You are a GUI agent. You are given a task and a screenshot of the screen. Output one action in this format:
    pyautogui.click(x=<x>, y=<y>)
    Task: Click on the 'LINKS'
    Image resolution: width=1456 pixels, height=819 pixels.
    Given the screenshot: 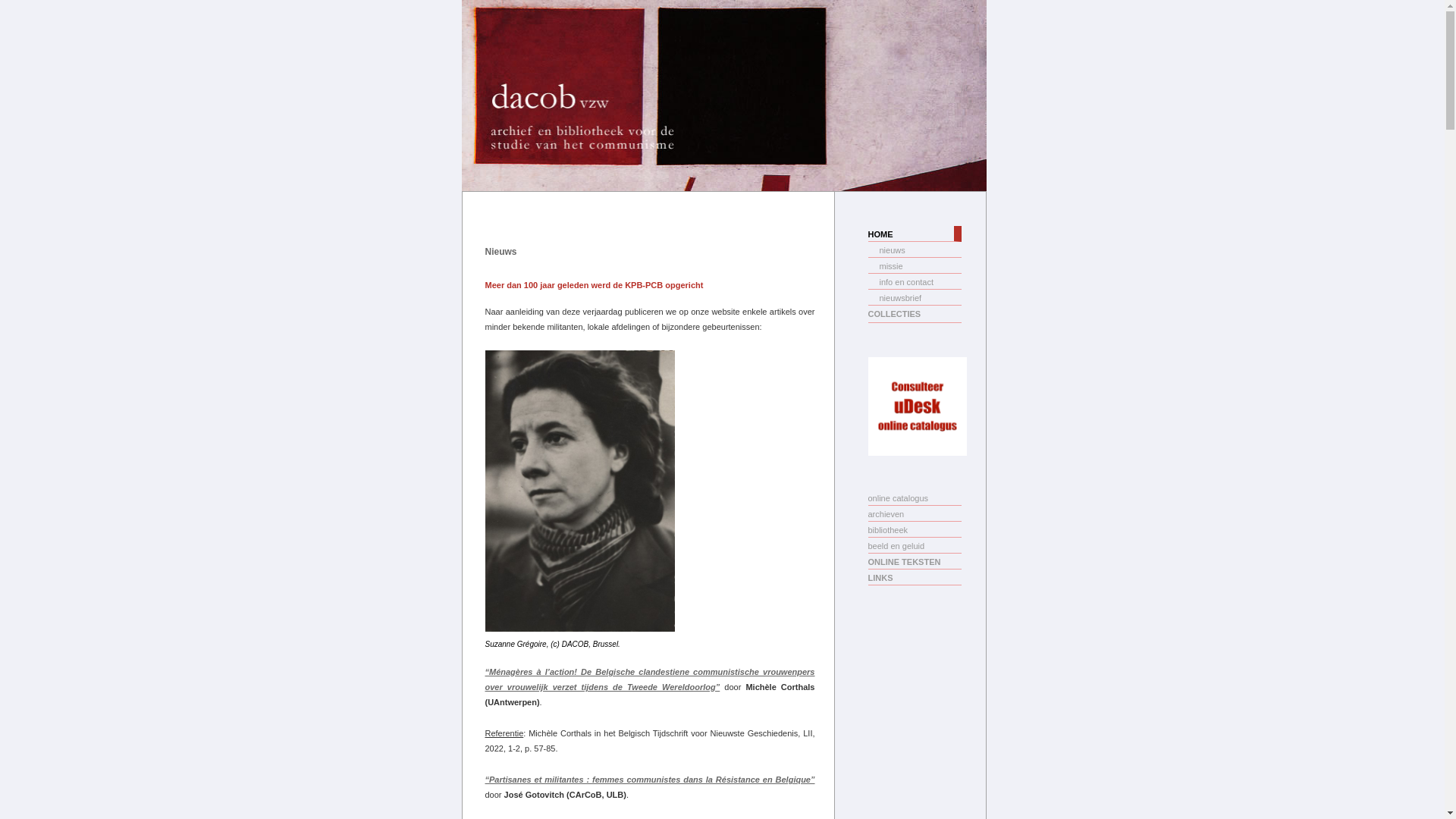 What is the action you would take?
    pyautogui.click(x=913, y=577)
    